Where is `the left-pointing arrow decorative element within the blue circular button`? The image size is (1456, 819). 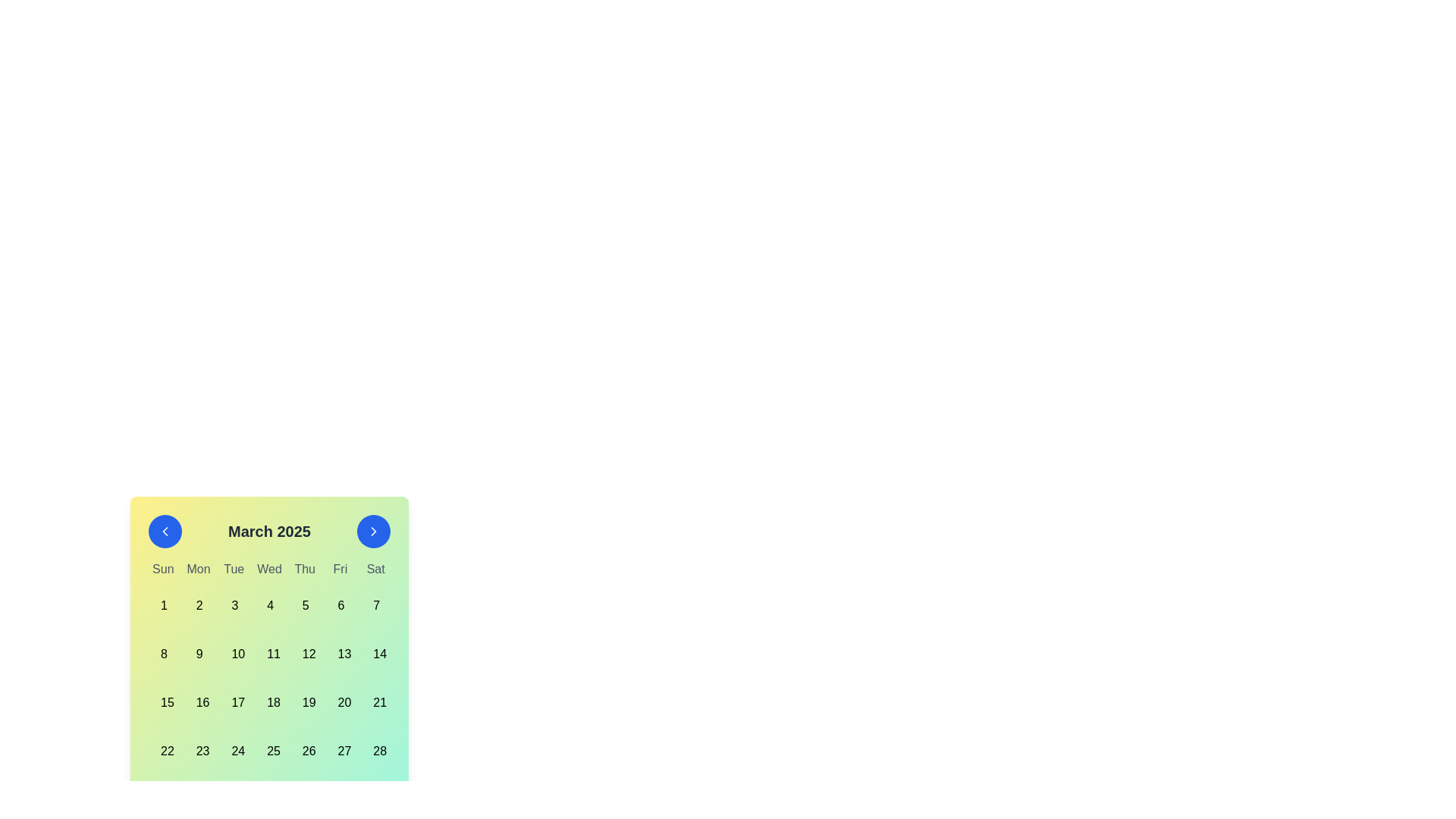
the left-pointing arrow decorative element within the blue circular button is located at coordinates (165, 531).